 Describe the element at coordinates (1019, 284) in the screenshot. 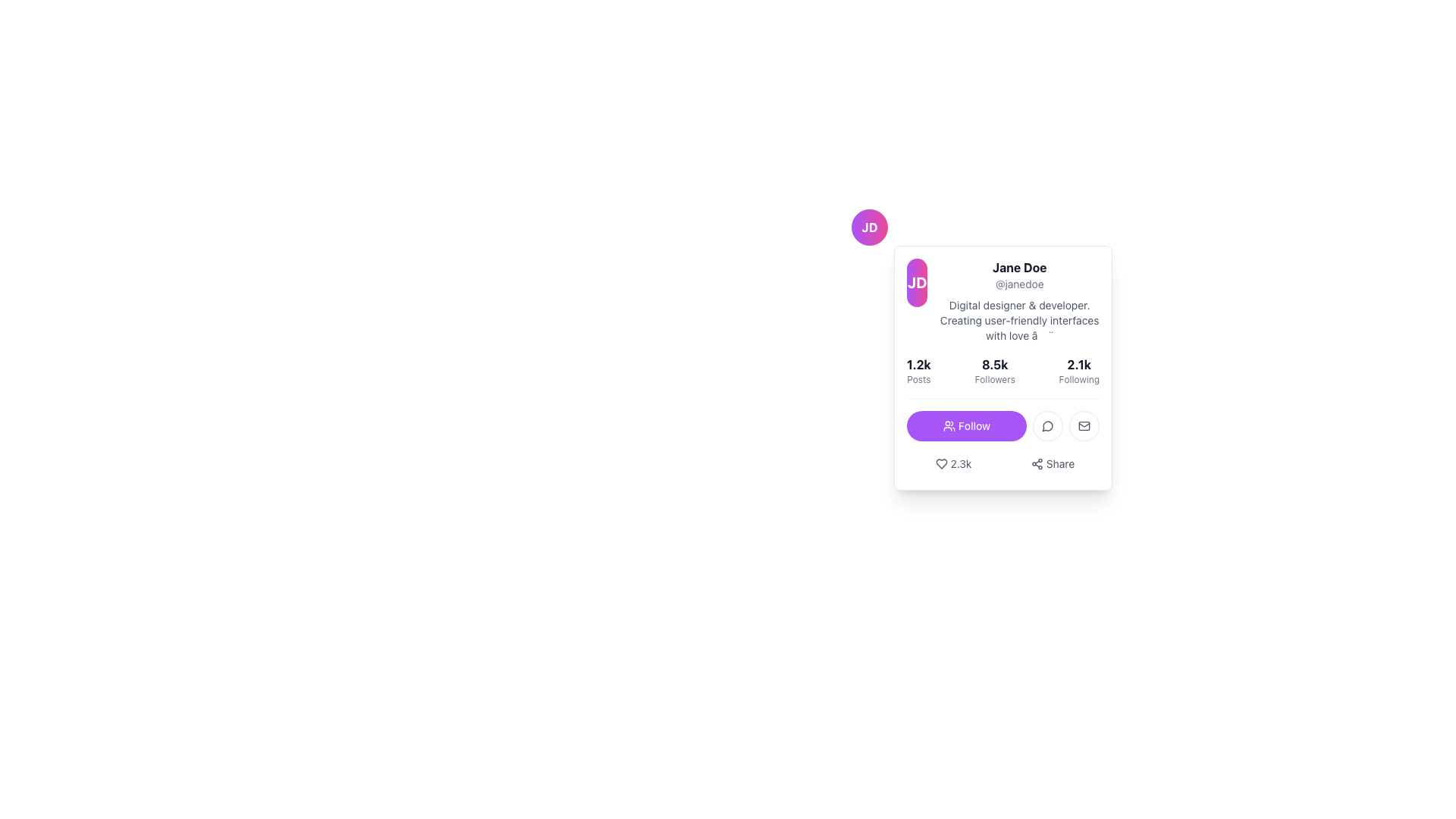

I see `the username '@janedoe' text label located in the user profile card` at that location.